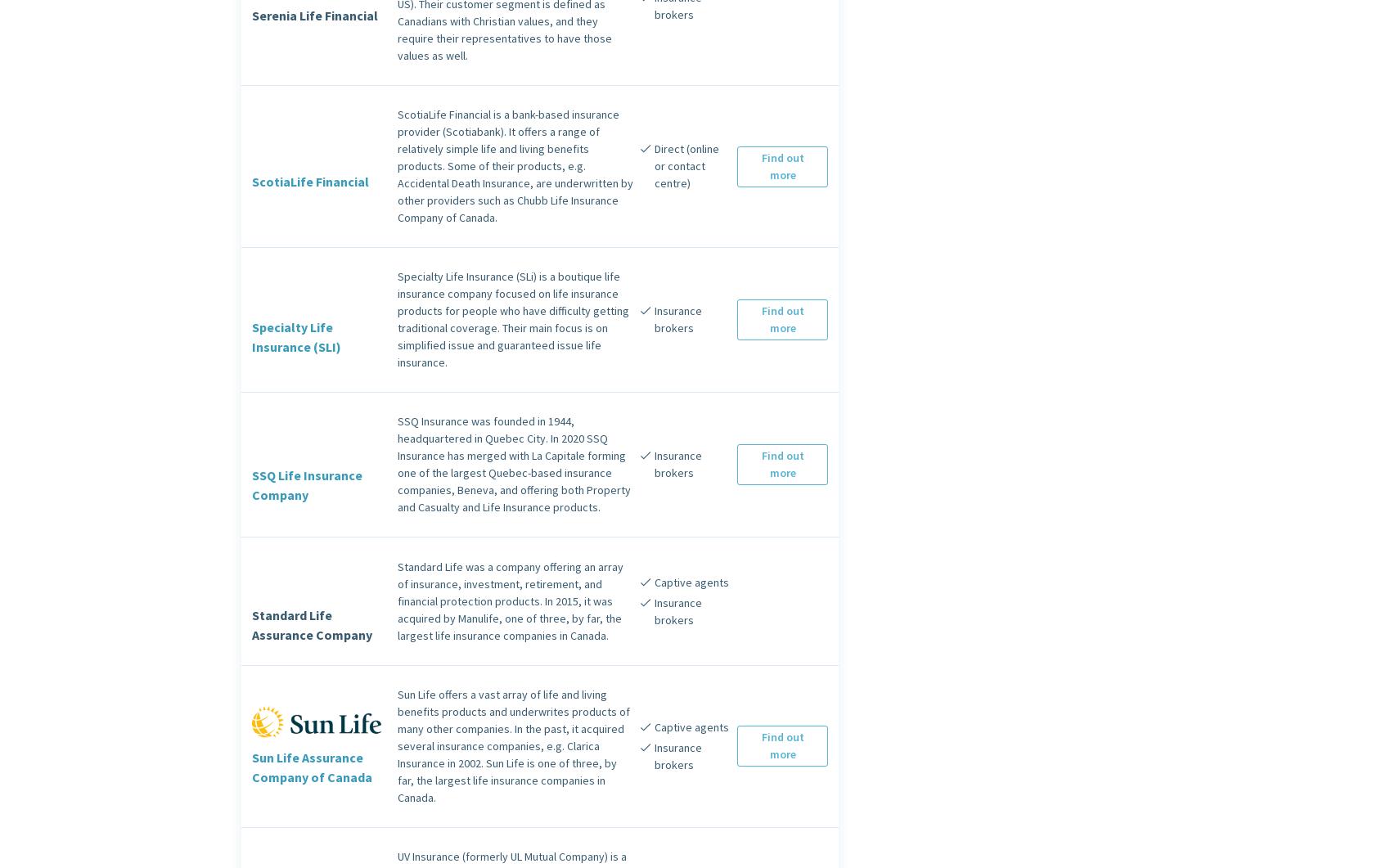  Describe the element at coordinates (513, 463) in the screenshot. I see `'SSQ Insurance was founded in 1944, headquartered in Quebec City. In 2020 SSQ Insurance has merged with La Capitale forming one of the largest Quebec-based insurance companies, Beneva, and offering both Property and Casualty and Life Insurance products.'` at that location.